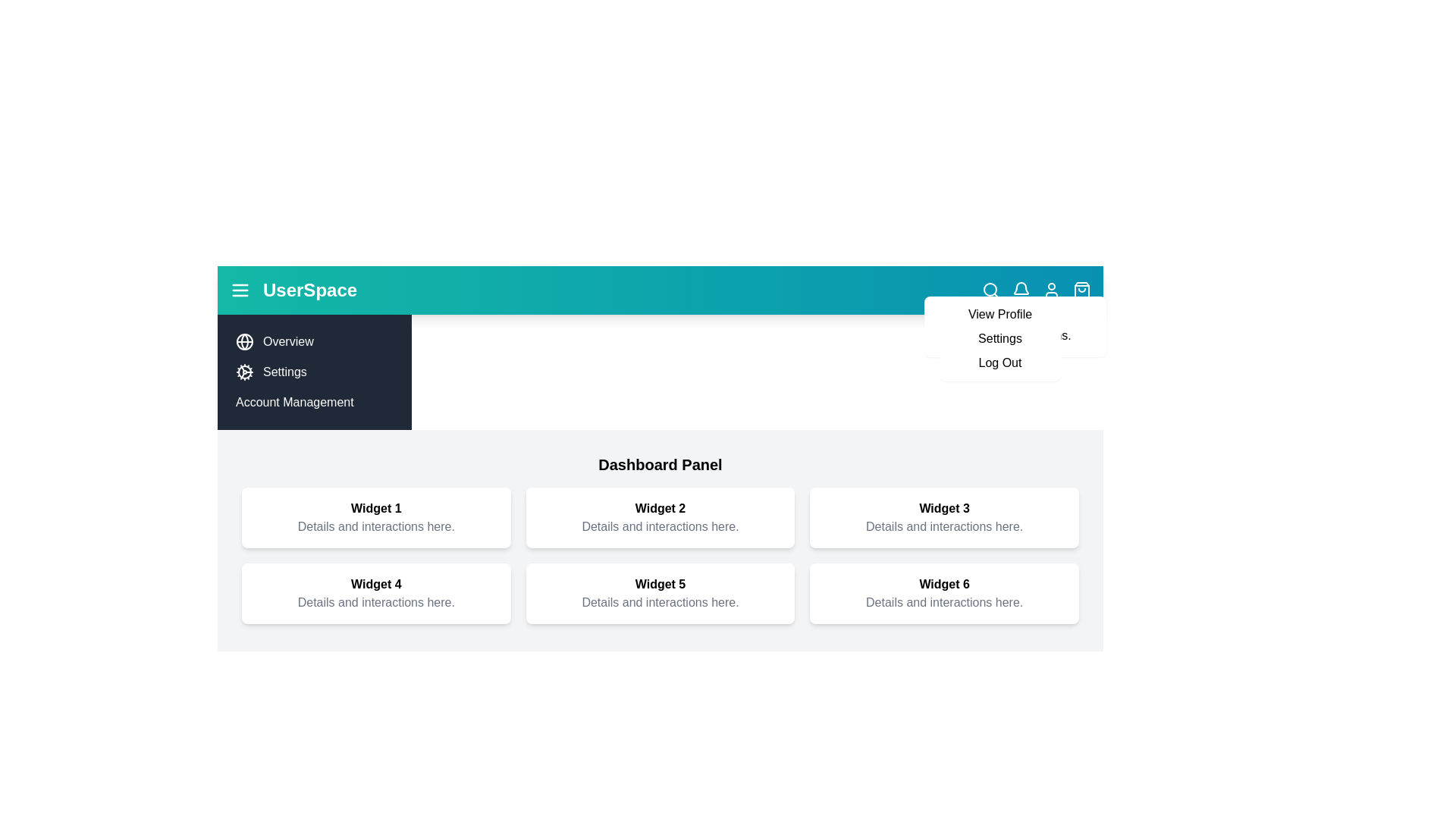 The image size is (1456, 819). Describe the element at coordinates (943, 526) in the screenshot. I see `the text label that contains 'Details and interactions here.' within the card labeled 'Widget 3' in the top-right section of the Dashboard Panel` at that location.